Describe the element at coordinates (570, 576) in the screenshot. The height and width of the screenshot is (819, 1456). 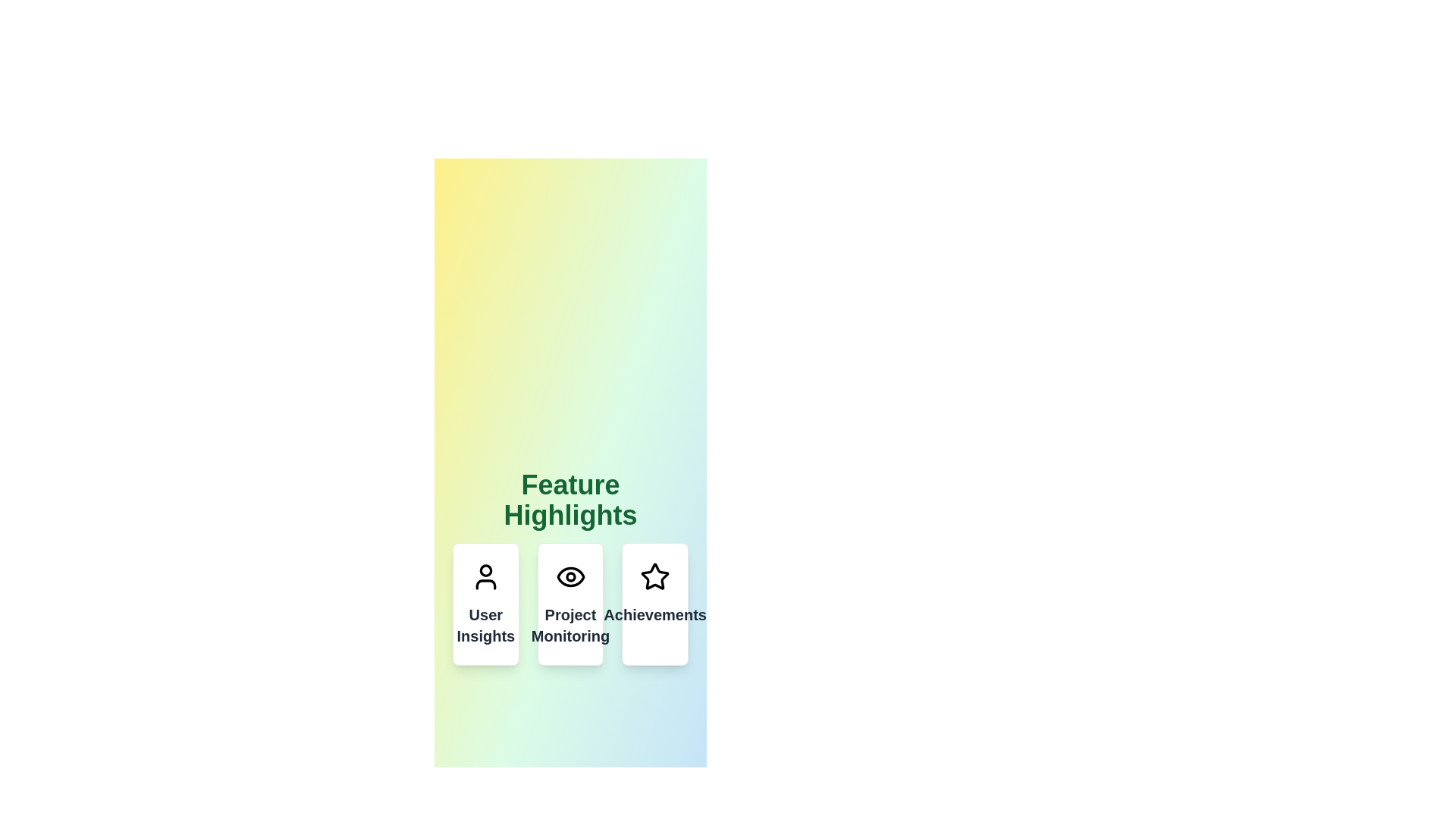
I see `the circular icon resembling an eye located at the top center of the 'Project Monitoring' card` at that location.